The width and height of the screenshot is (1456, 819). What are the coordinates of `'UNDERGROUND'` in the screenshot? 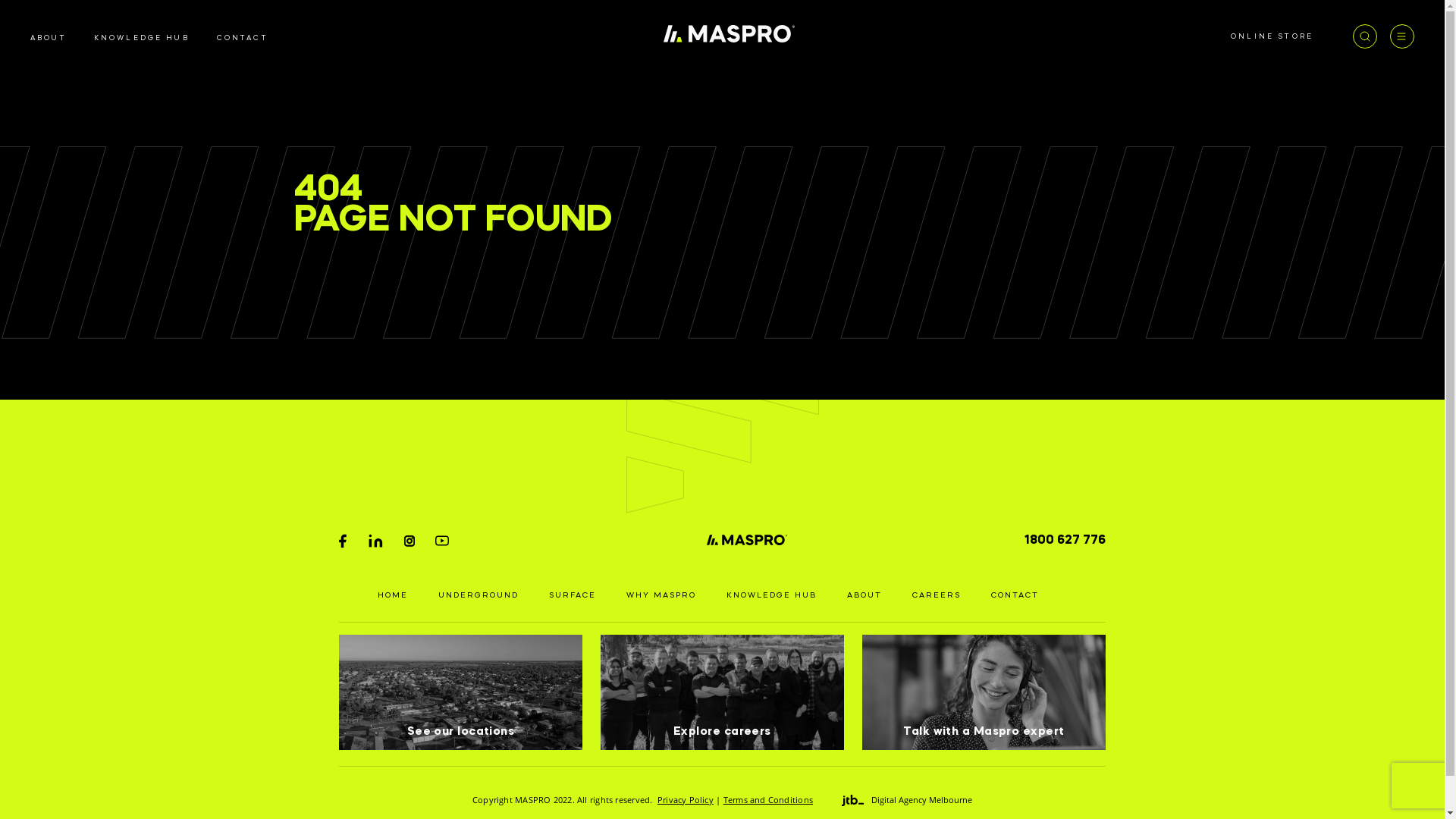 It's located at (477, 595).